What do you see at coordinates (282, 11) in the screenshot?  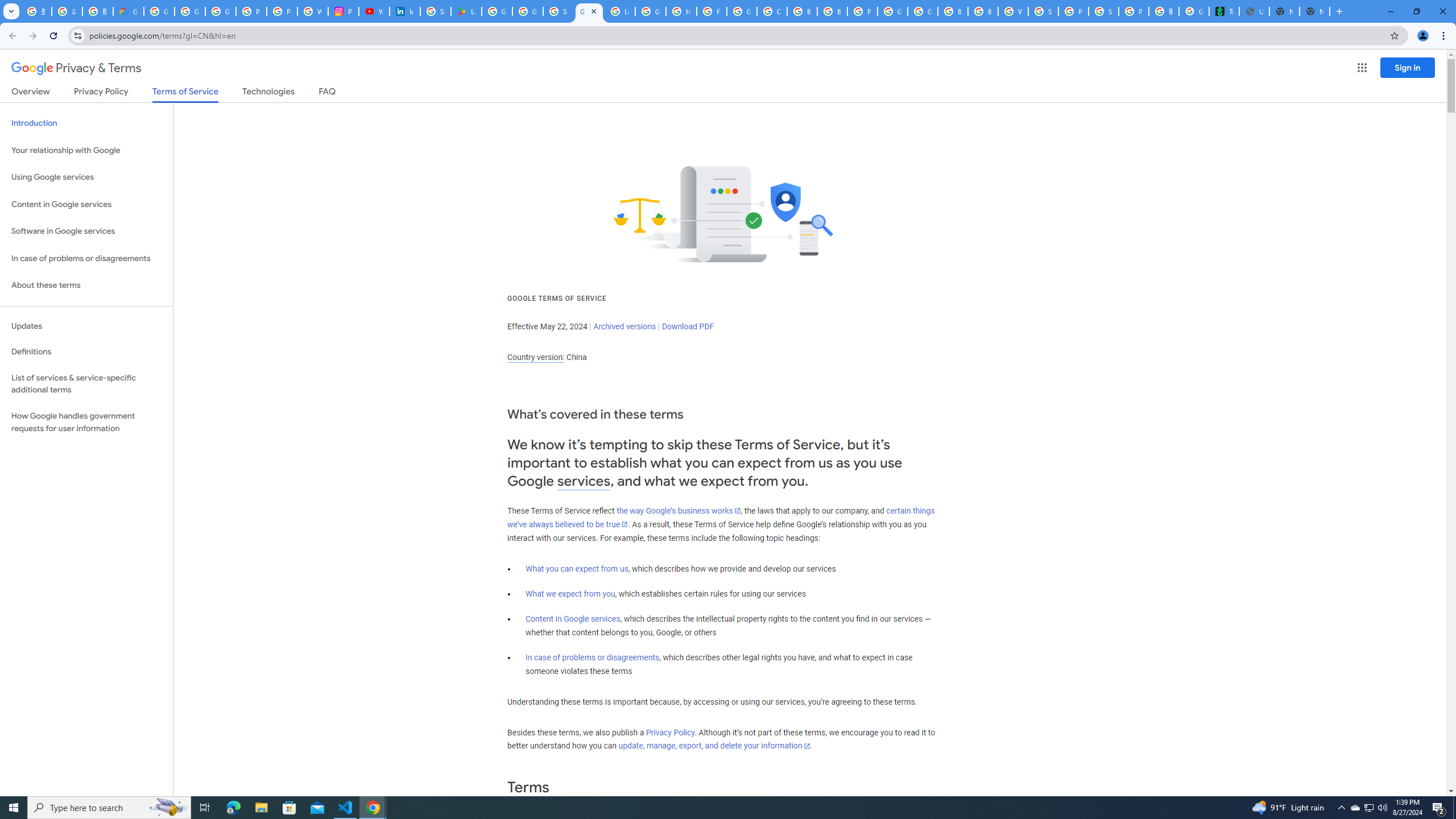 I see `'Privacy Help Center - Policies Help'` at bounding box center [282, 11].